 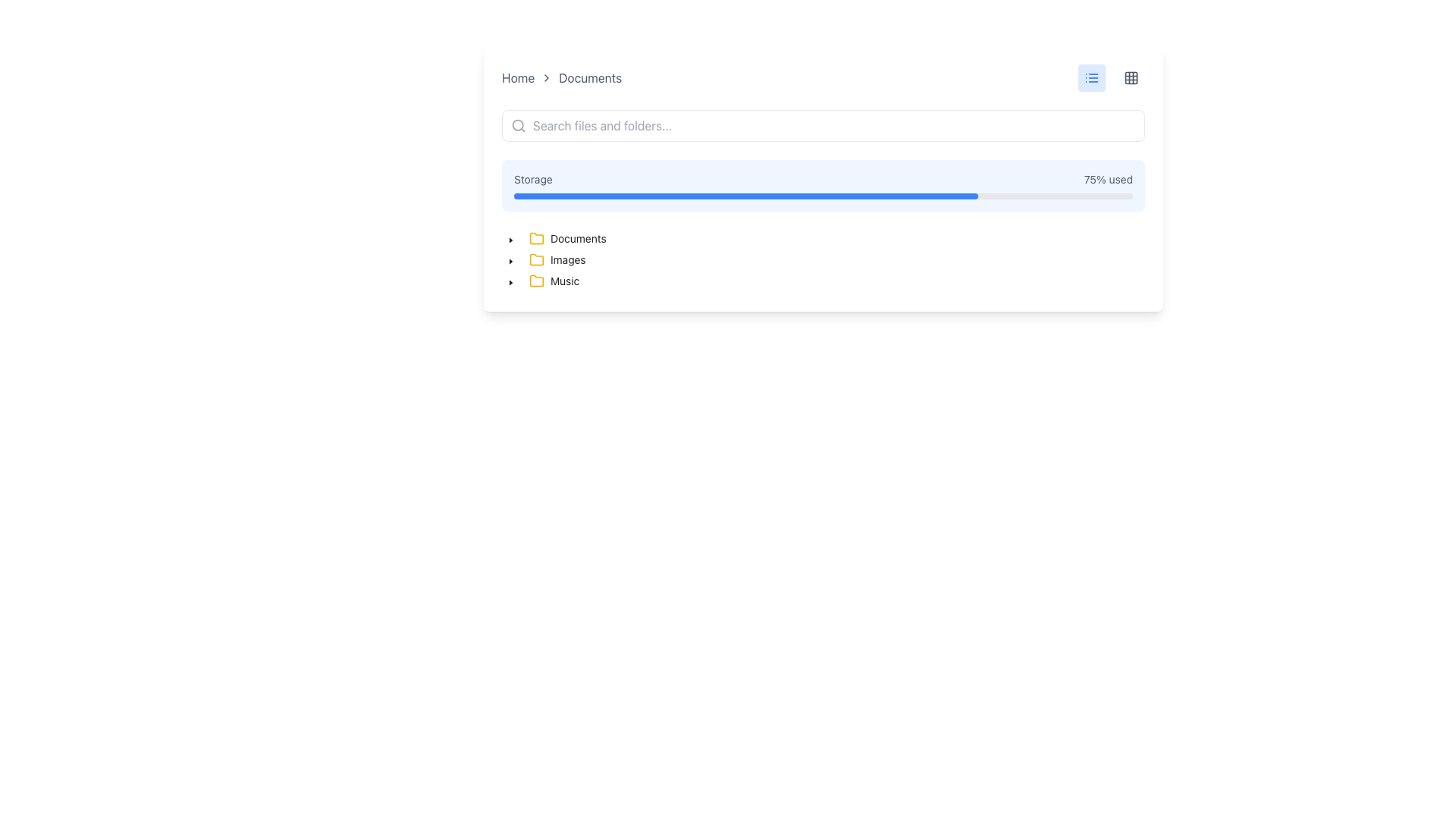 I want to click on the folder icon representing the 'Music' category, which is located in the 'Documents' section, directly preceding the label 'Music', so click(x=537, y=281).